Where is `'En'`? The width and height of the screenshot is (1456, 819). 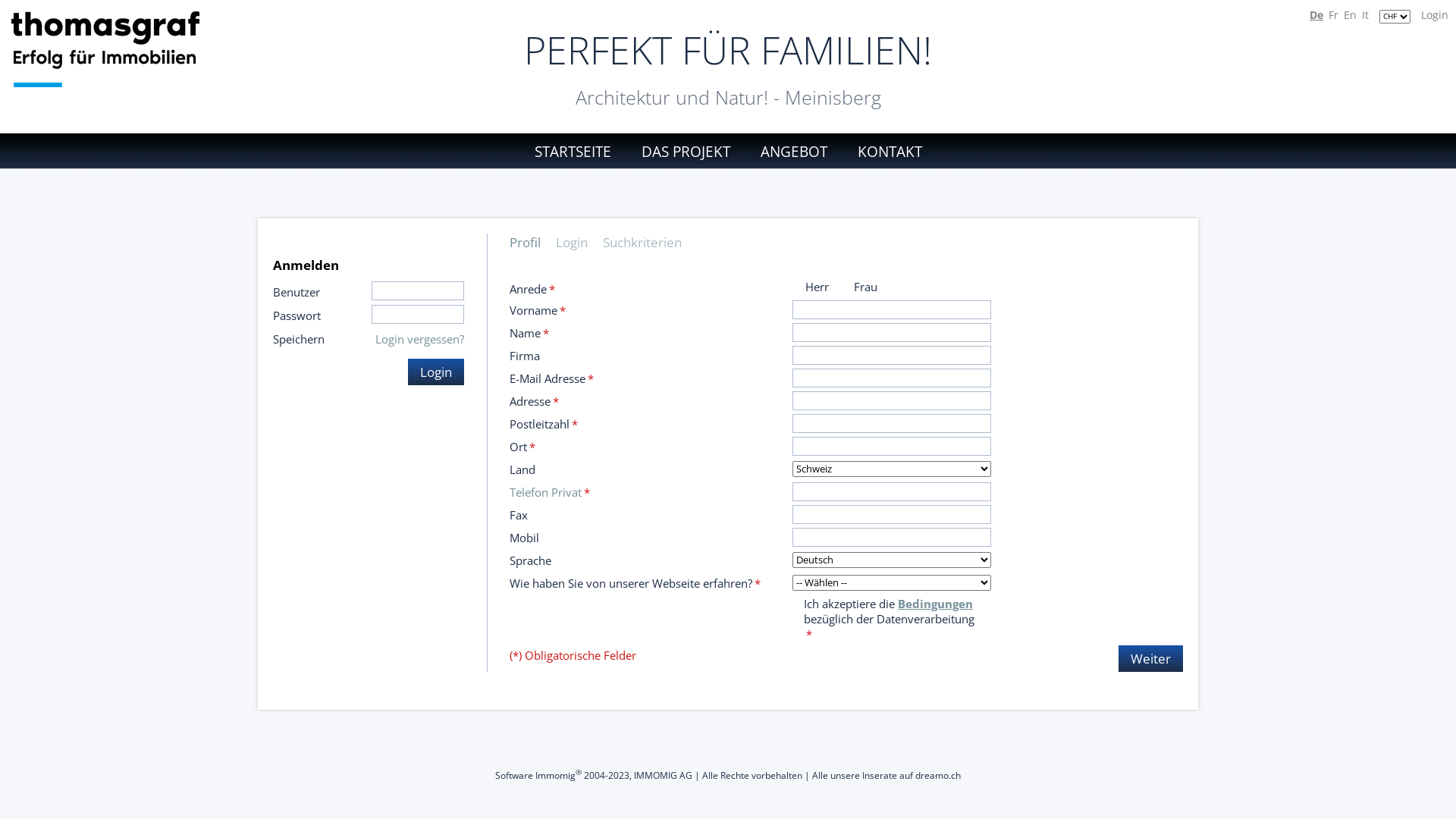 'En' is located at coordinates (1350, 14).